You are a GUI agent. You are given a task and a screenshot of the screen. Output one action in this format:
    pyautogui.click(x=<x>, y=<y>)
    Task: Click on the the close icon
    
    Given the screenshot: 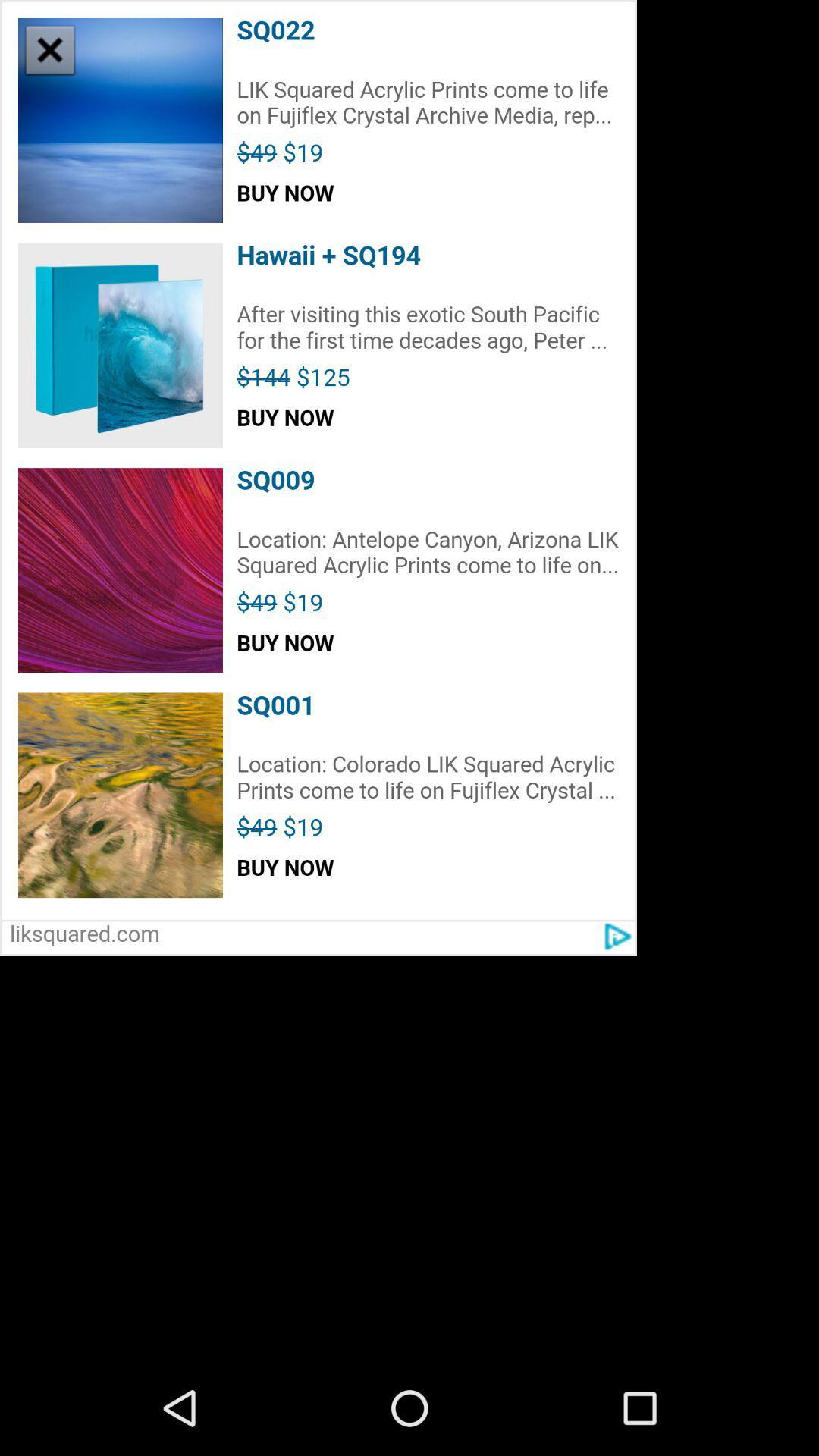 What is the action you would take?
    pyautogui.click(x=49, y=53)
    